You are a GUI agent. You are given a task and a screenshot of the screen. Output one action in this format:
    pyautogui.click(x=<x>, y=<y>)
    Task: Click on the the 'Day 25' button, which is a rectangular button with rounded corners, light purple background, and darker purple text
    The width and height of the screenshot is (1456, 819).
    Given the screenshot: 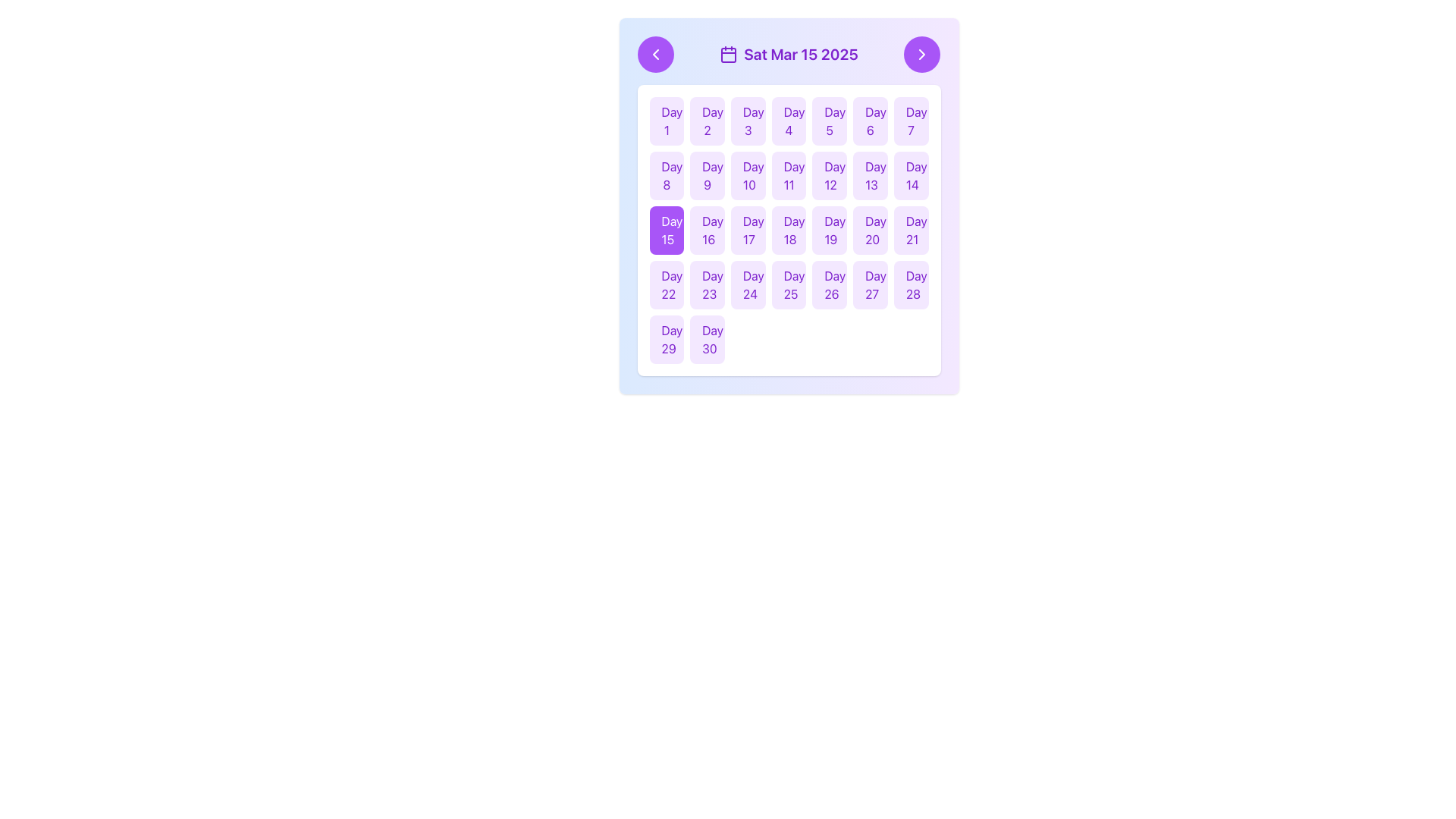 What is the action you would take?
    pyautogui.click(x=789, y=284)
    